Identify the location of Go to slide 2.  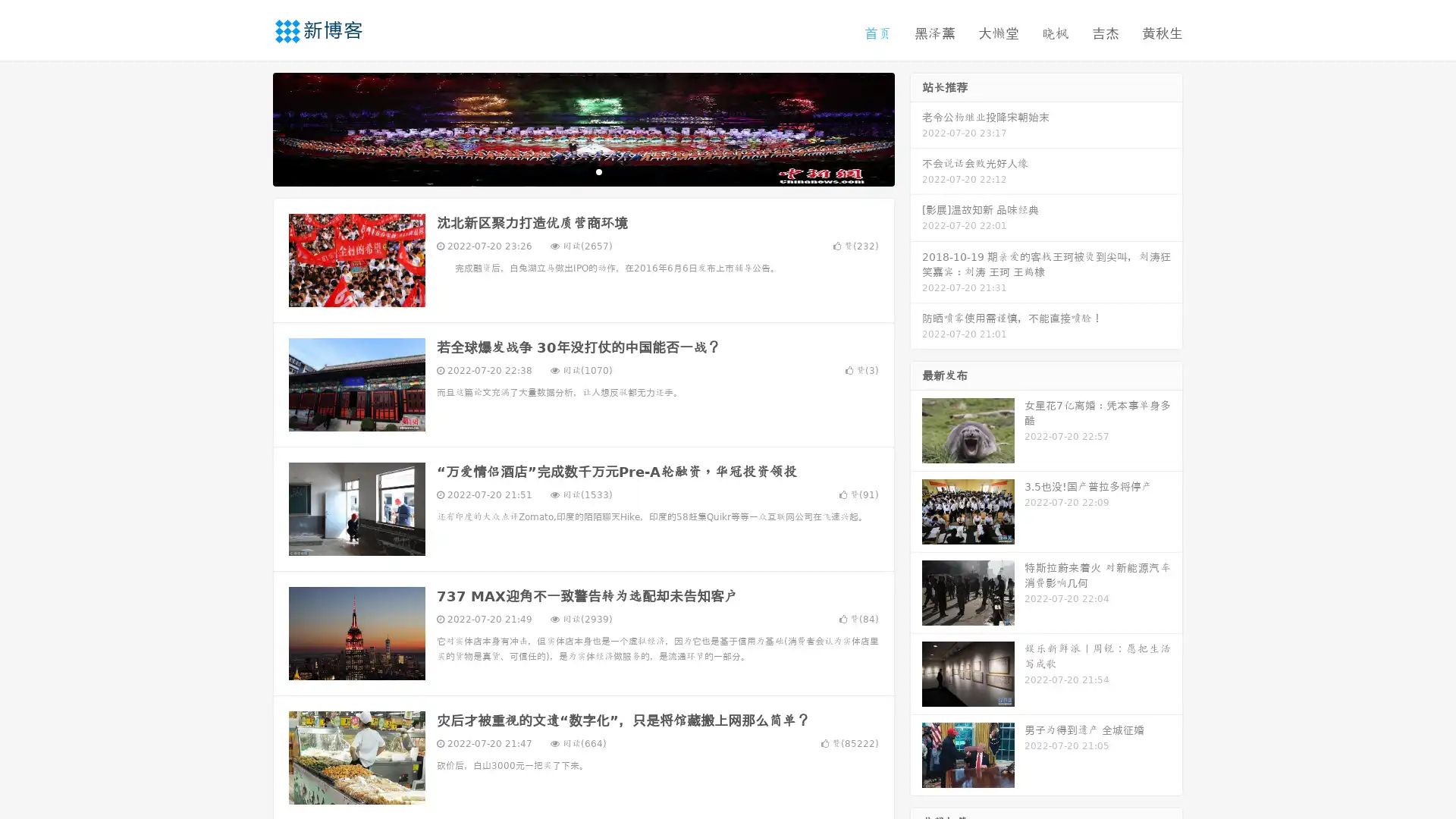
(582, 171).